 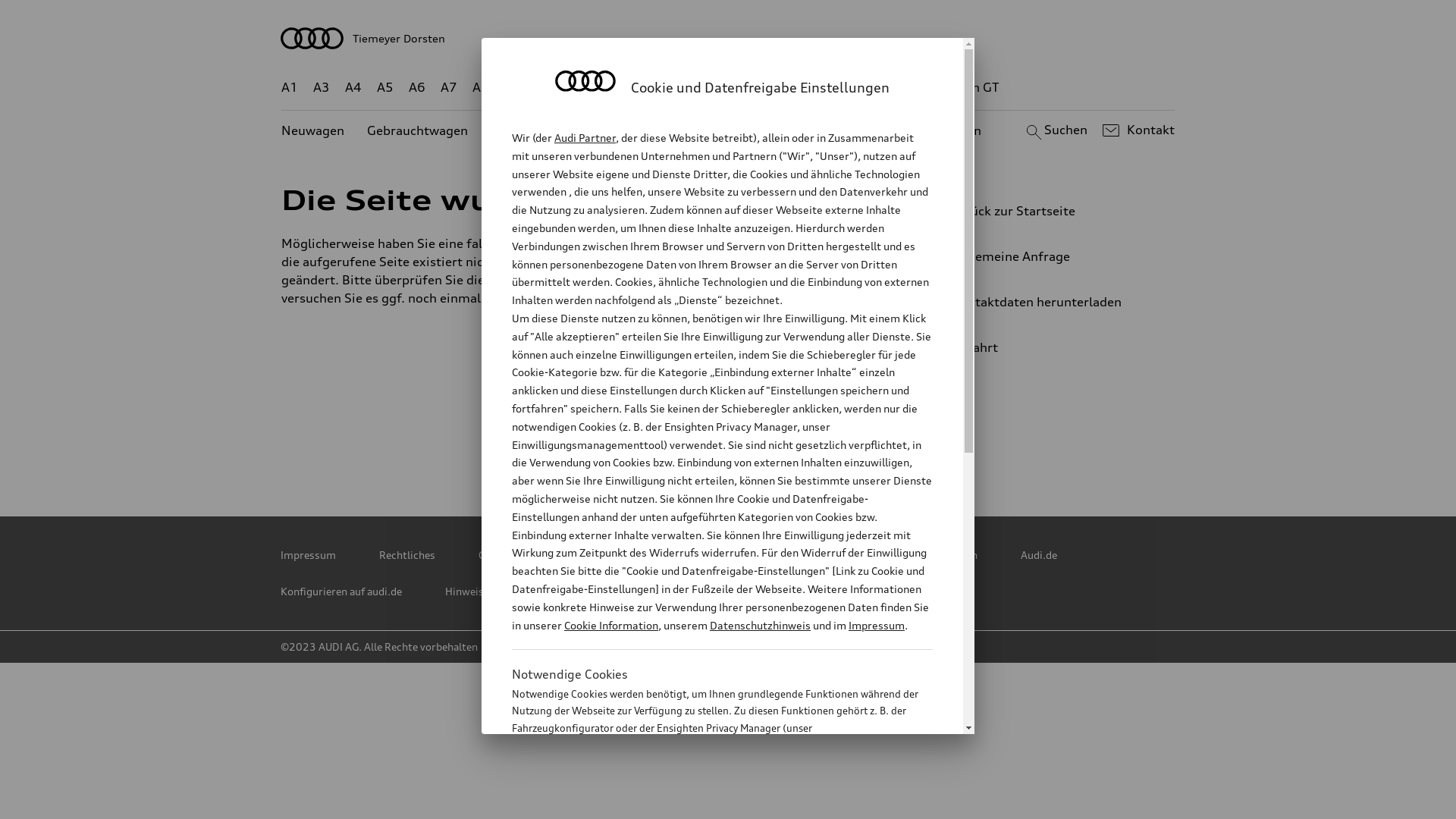 What do you see at coordinates (340, 590) in the screenshot?
I see `'Konfigurieren auf audi.de'` at bounding box center [340, 590].